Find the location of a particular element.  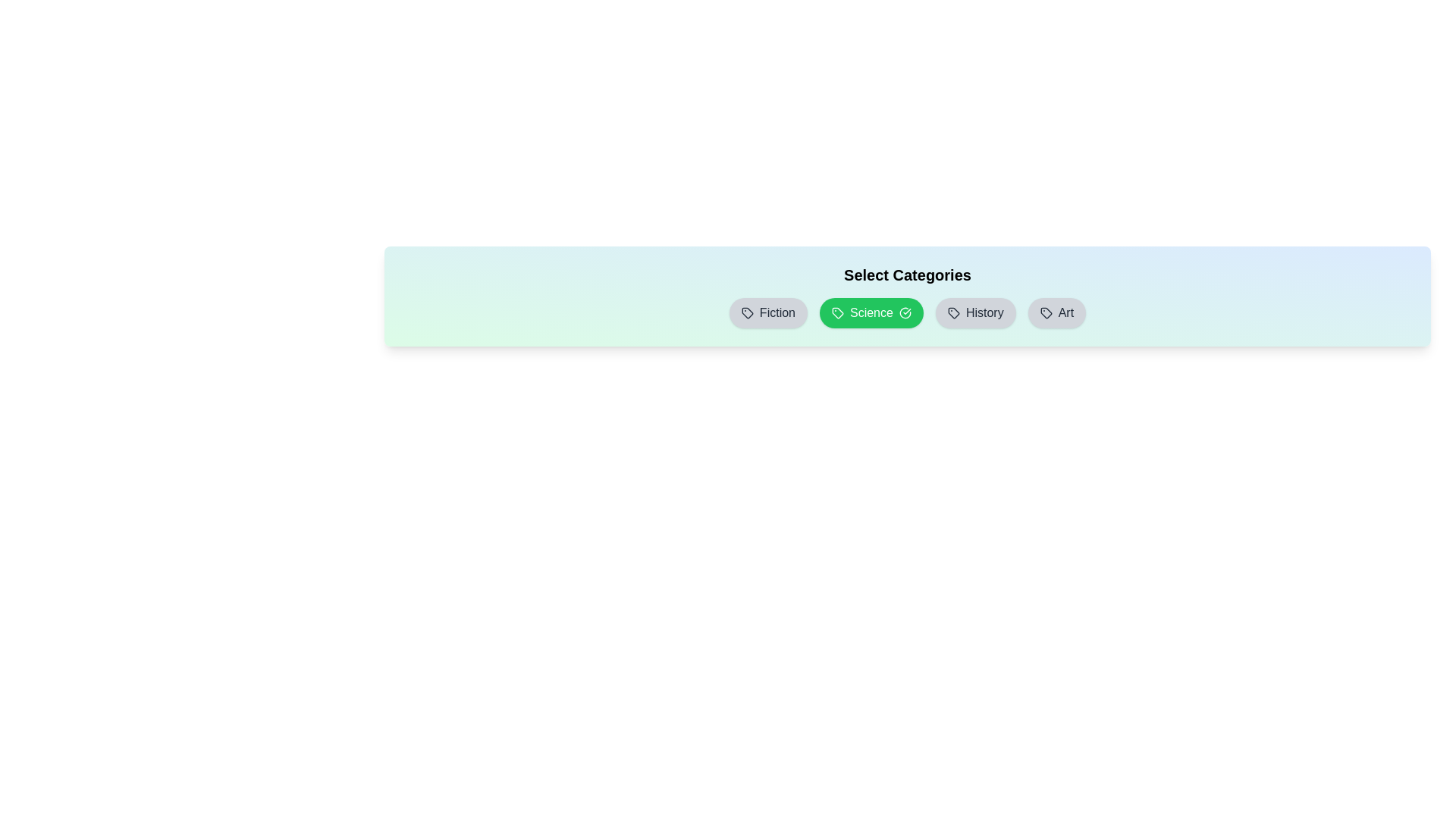

the History button is located at coordinates (975, 312).